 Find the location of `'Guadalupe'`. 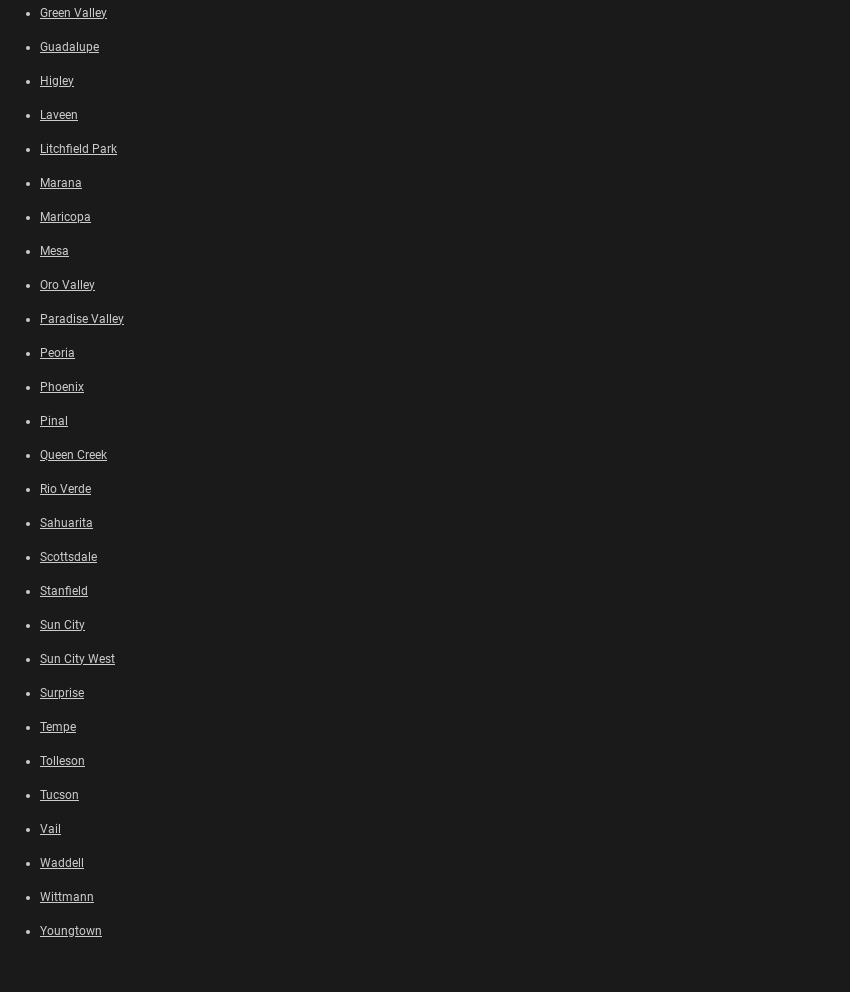

'Guadalupe' is located at coordinates (69, 46).